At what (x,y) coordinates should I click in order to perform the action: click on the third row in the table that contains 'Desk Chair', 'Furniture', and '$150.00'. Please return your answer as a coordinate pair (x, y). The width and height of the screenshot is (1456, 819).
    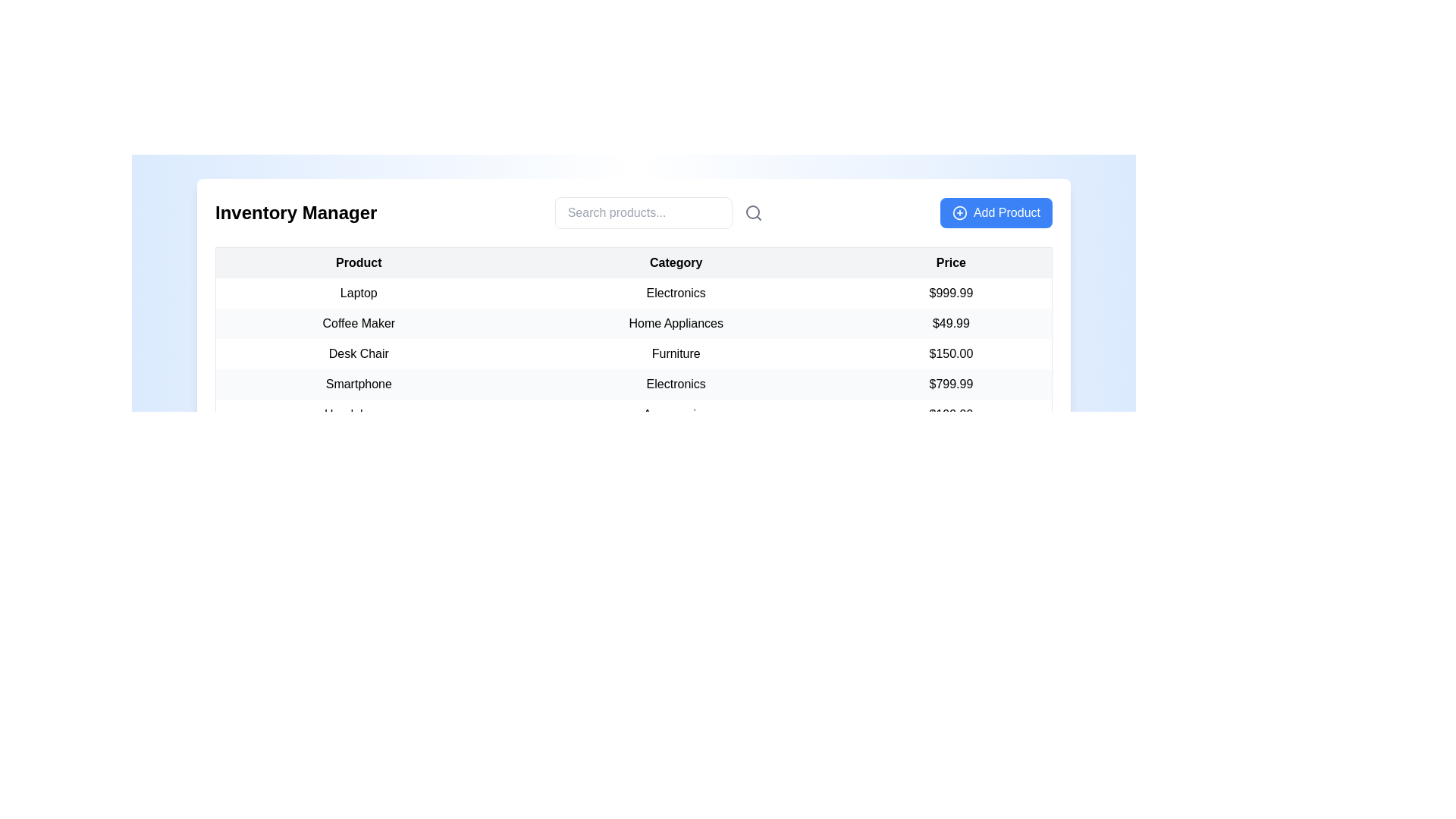
    Looking at the image, I should click on (633, 353).